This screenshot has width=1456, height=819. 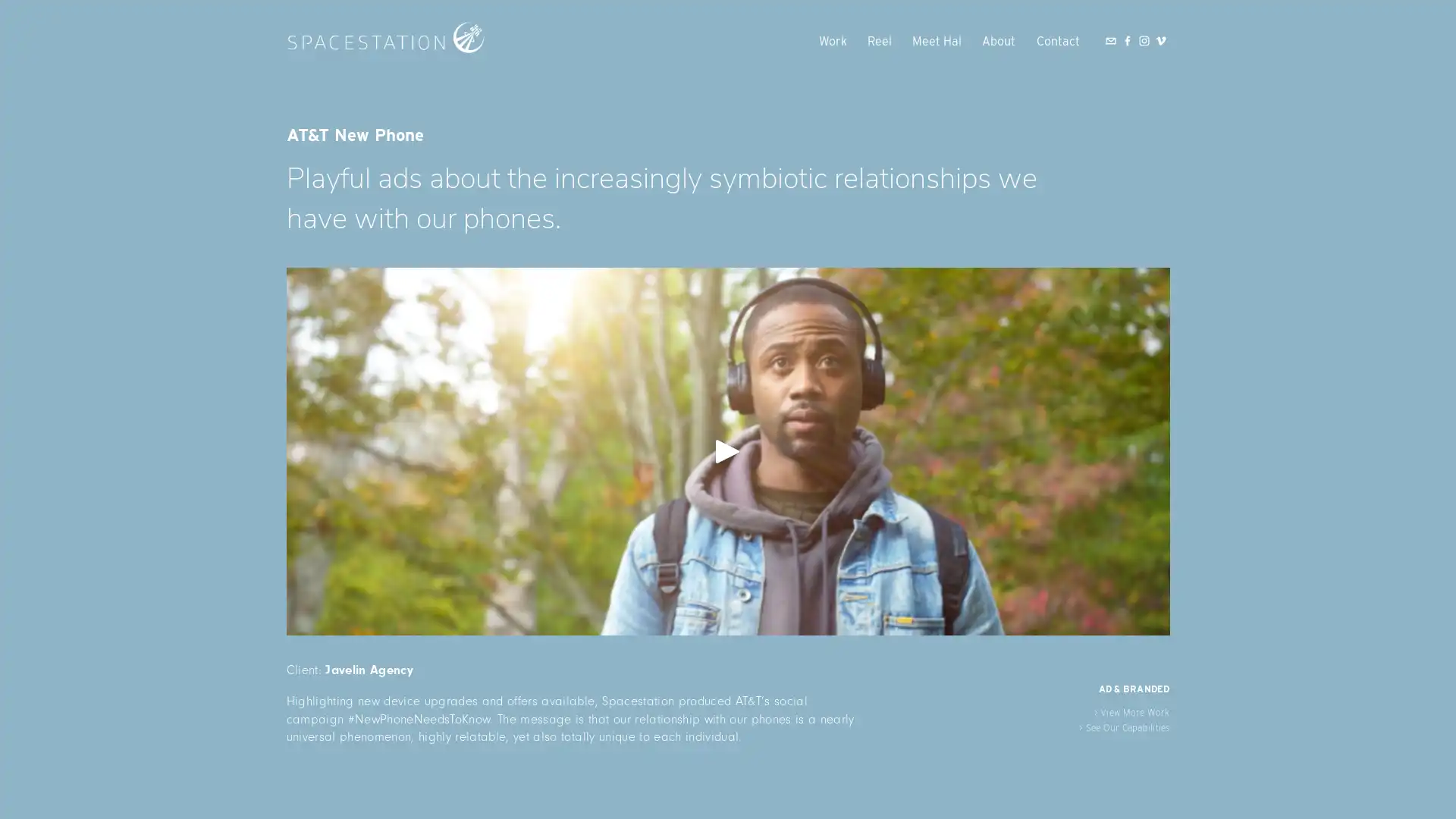 I want to click on View fullsize, so click(x=726, y=450).